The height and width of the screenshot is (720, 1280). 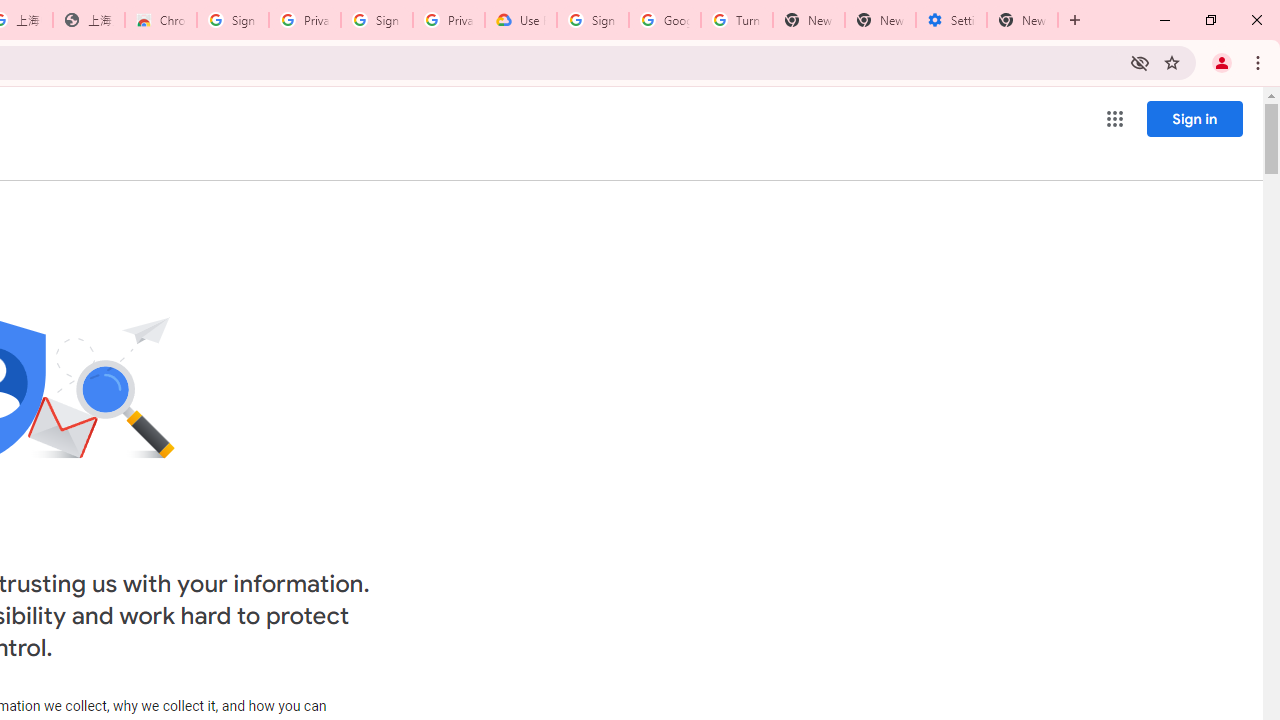 I want to click on 'New Tab', so click(x=1022, y=20).